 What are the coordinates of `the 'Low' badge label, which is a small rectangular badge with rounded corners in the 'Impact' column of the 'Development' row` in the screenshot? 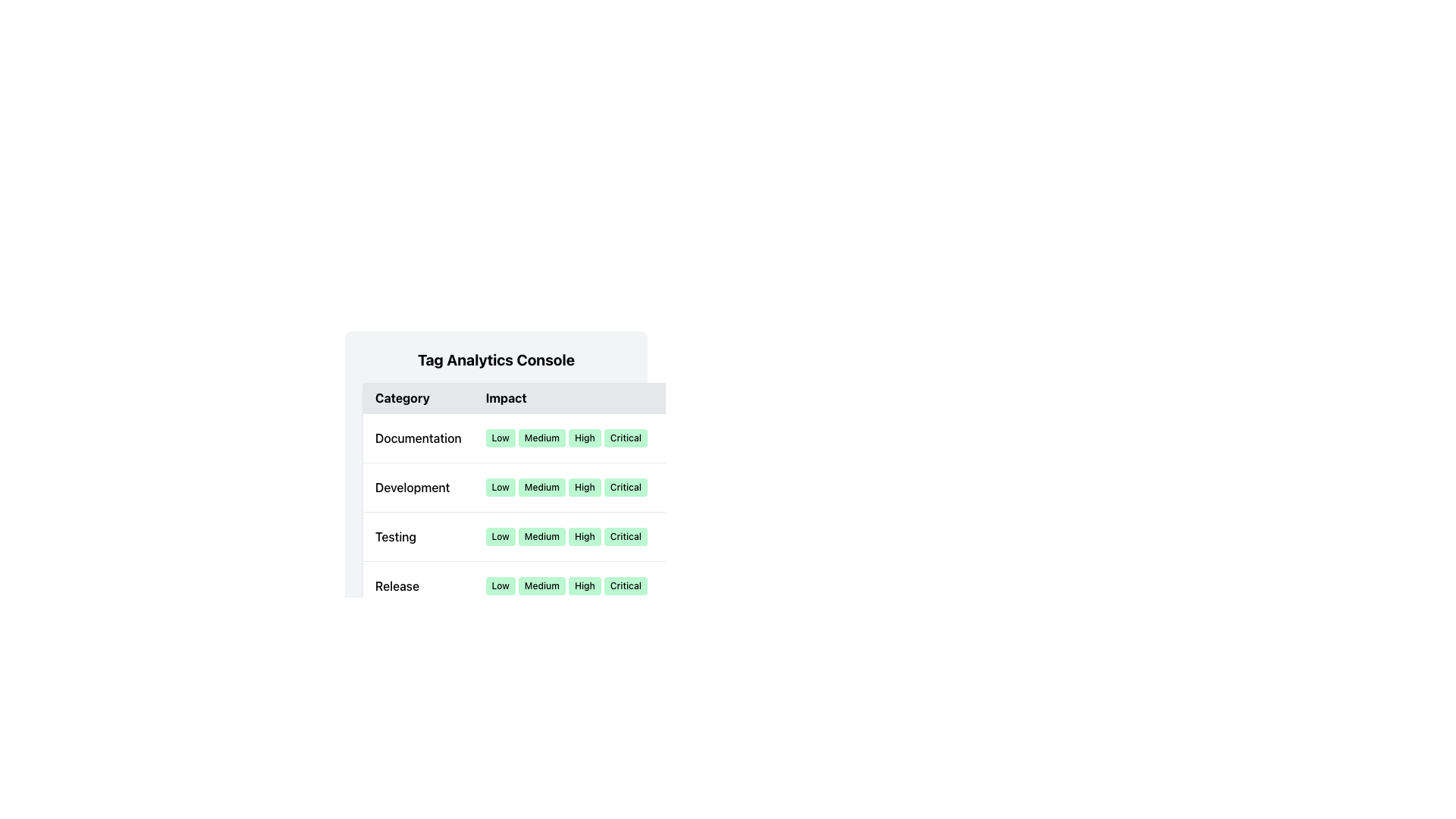 It's located at (500, 488).